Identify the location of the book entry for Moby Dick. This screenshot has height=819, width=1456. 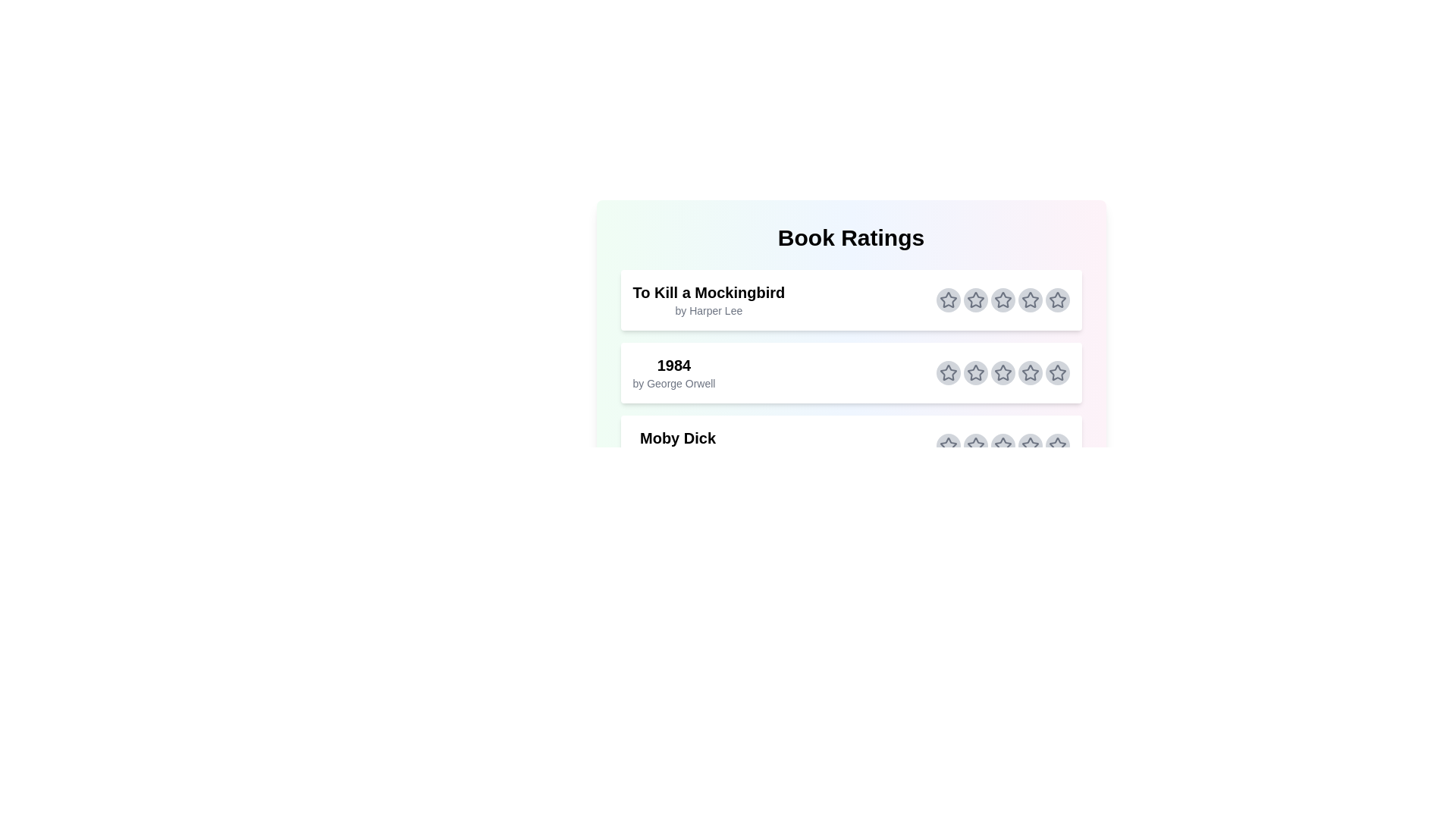
(851, 444).